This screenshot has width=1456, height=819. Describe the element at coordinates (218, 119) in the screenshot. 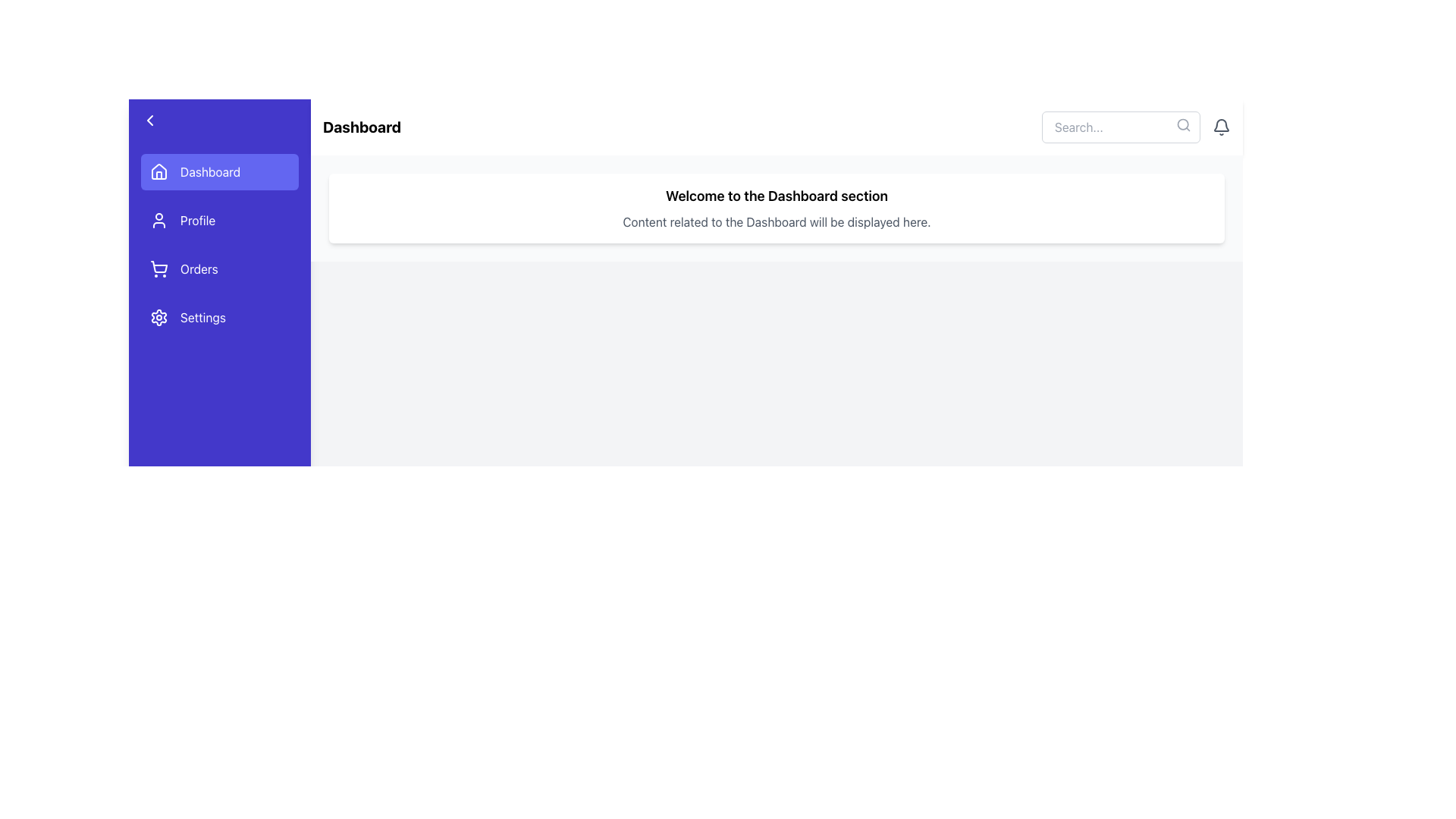

I see `the left-pointing arrow navigation button located at the top of the vertical blue navigation sidebar to receive a tooltip` at that location.